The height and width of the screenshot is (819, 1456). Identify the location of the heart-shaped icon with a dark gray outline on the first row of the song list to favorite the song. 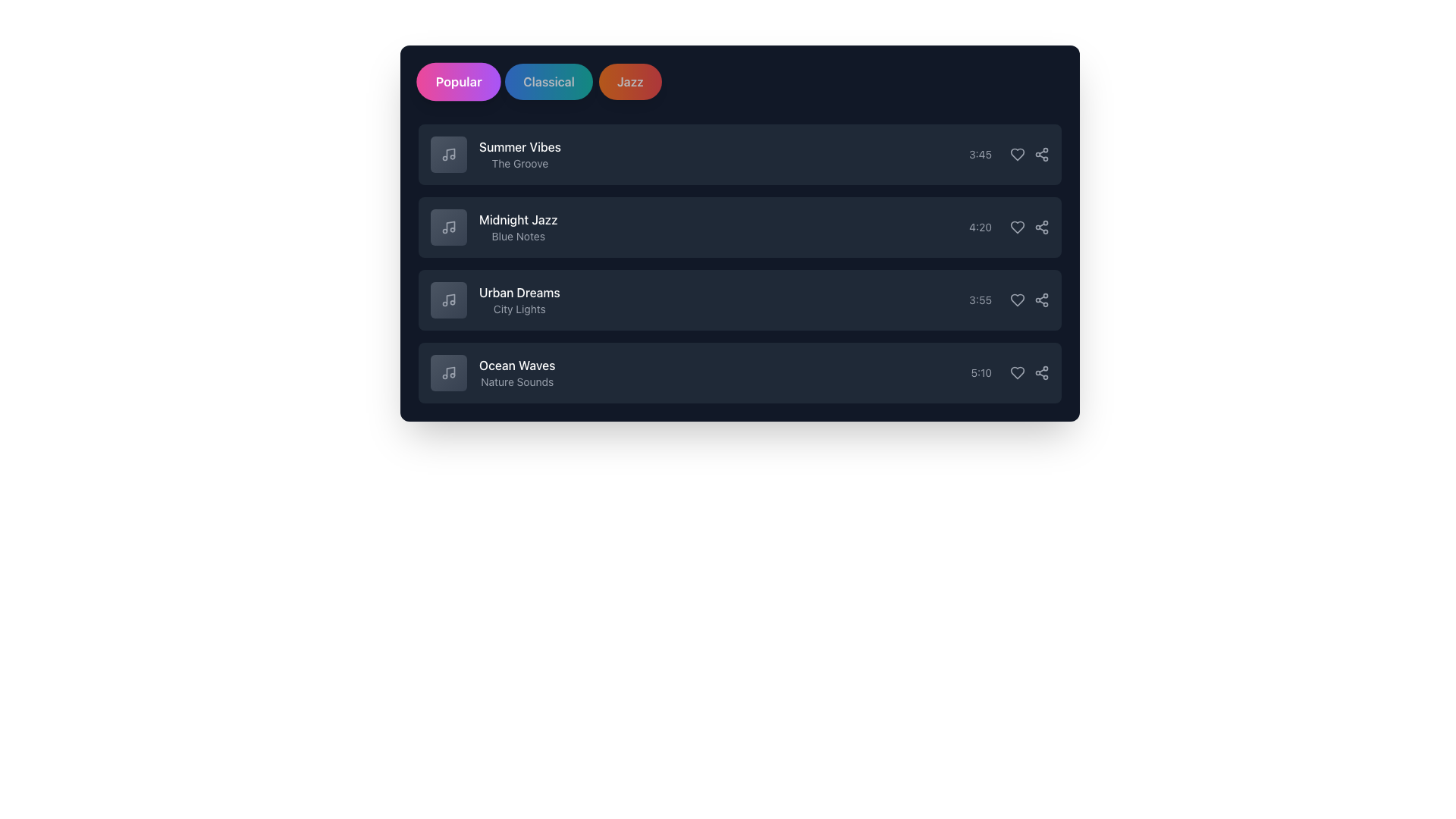
(1018, 155).